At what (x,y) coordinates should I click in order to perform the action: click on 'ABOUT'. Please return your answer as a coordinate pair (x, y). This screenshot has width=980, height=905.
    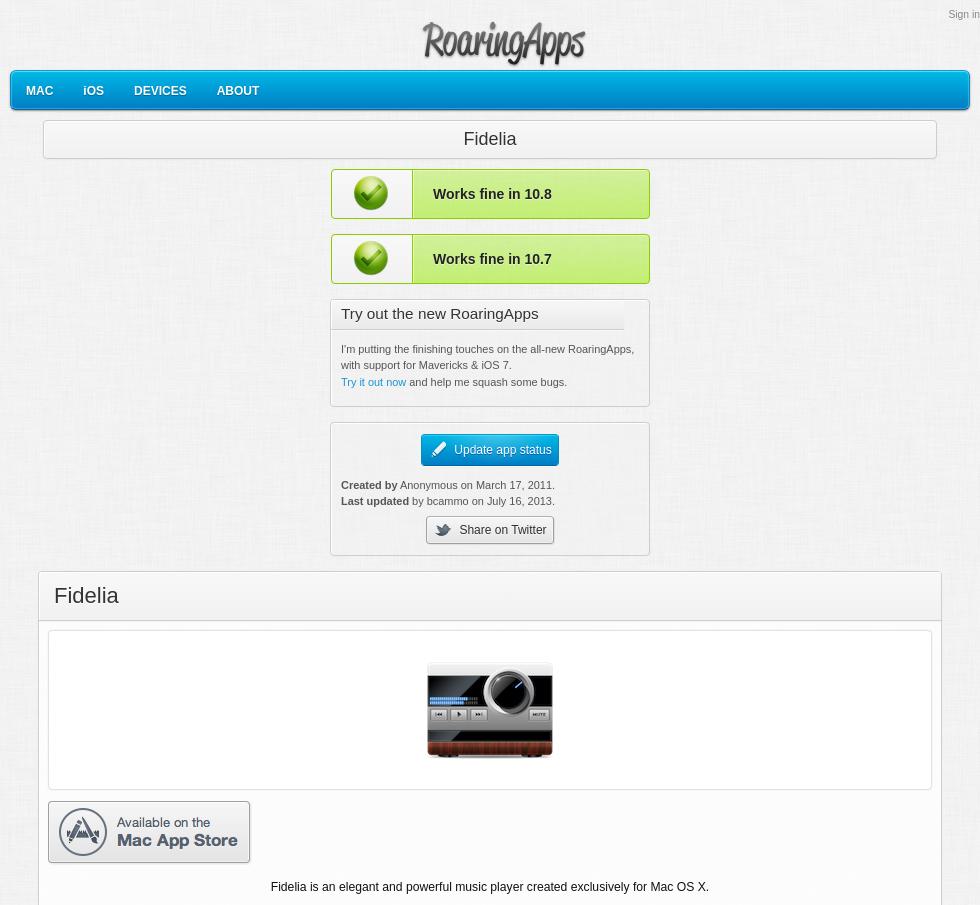
    Looking at the image, I should click on (237, 91).